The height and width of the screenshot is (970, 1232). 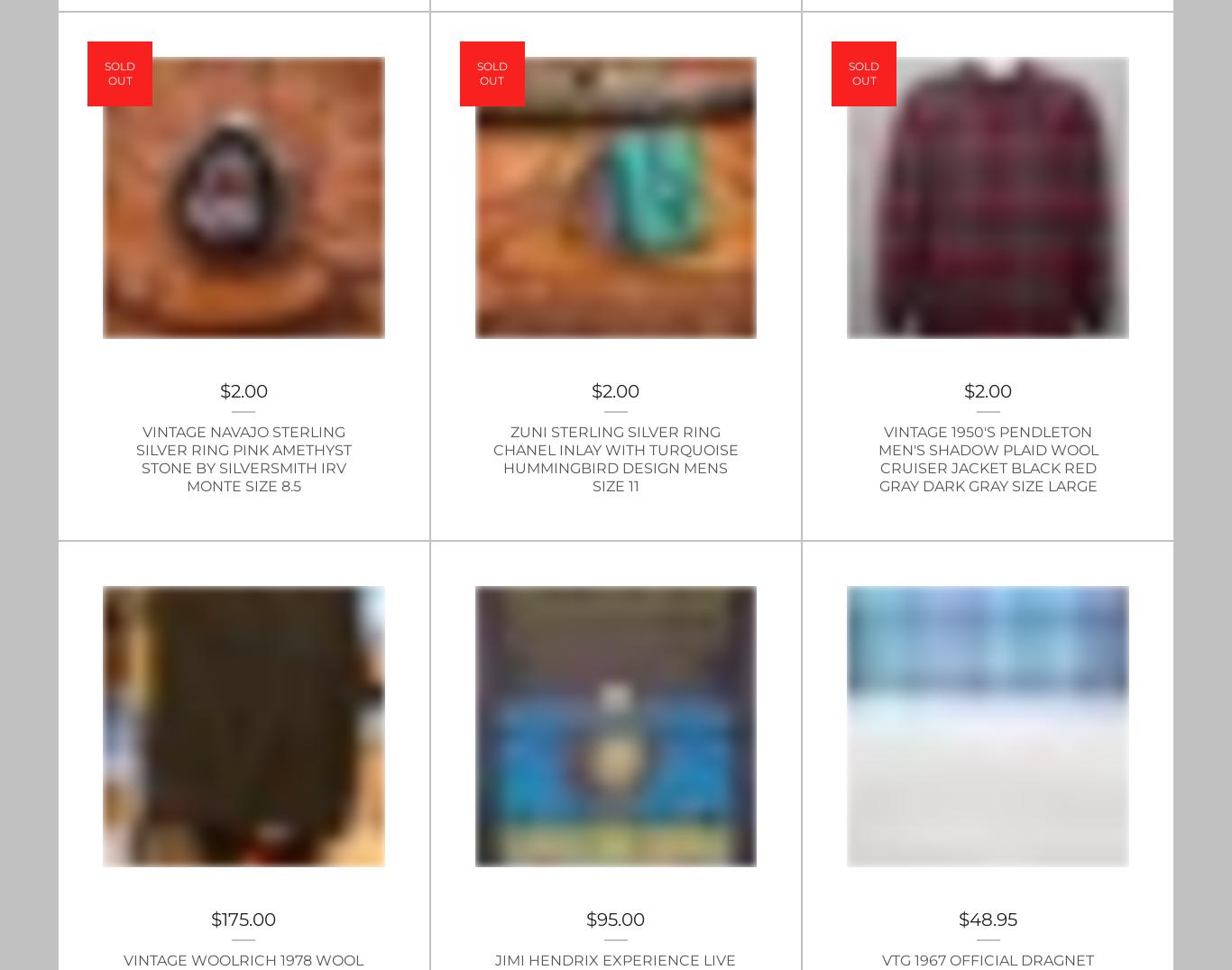 I want to click on '48.95', so click(x=992, y=919).